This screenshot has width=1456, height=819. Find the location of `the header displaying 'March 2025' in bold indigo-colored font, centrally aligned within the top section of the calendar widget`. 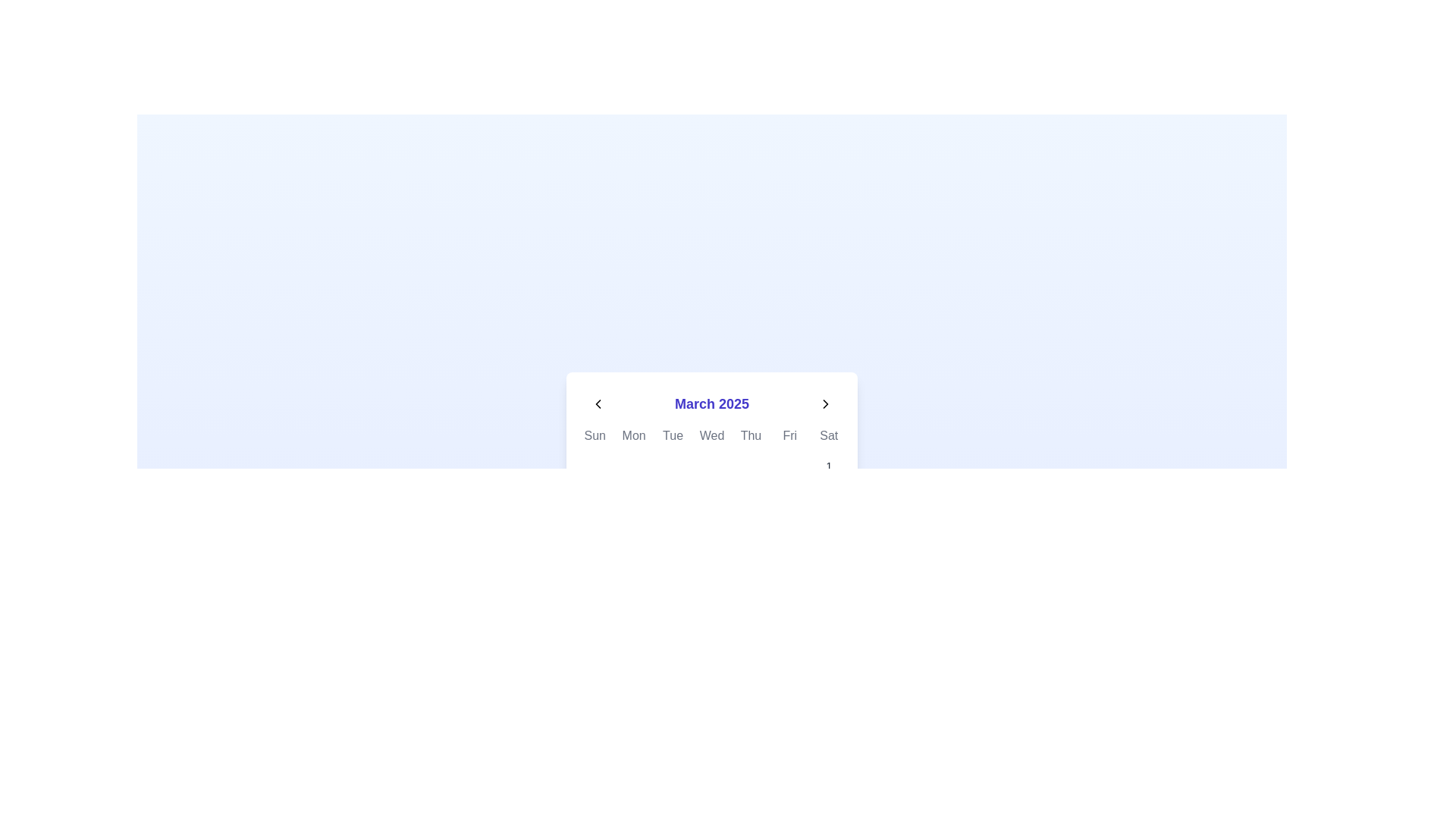

the header displaying 'March 2025' in bold indigo-colored font, centrally aligned within the top section of the calendar widget is located at coordinates (711, 403).